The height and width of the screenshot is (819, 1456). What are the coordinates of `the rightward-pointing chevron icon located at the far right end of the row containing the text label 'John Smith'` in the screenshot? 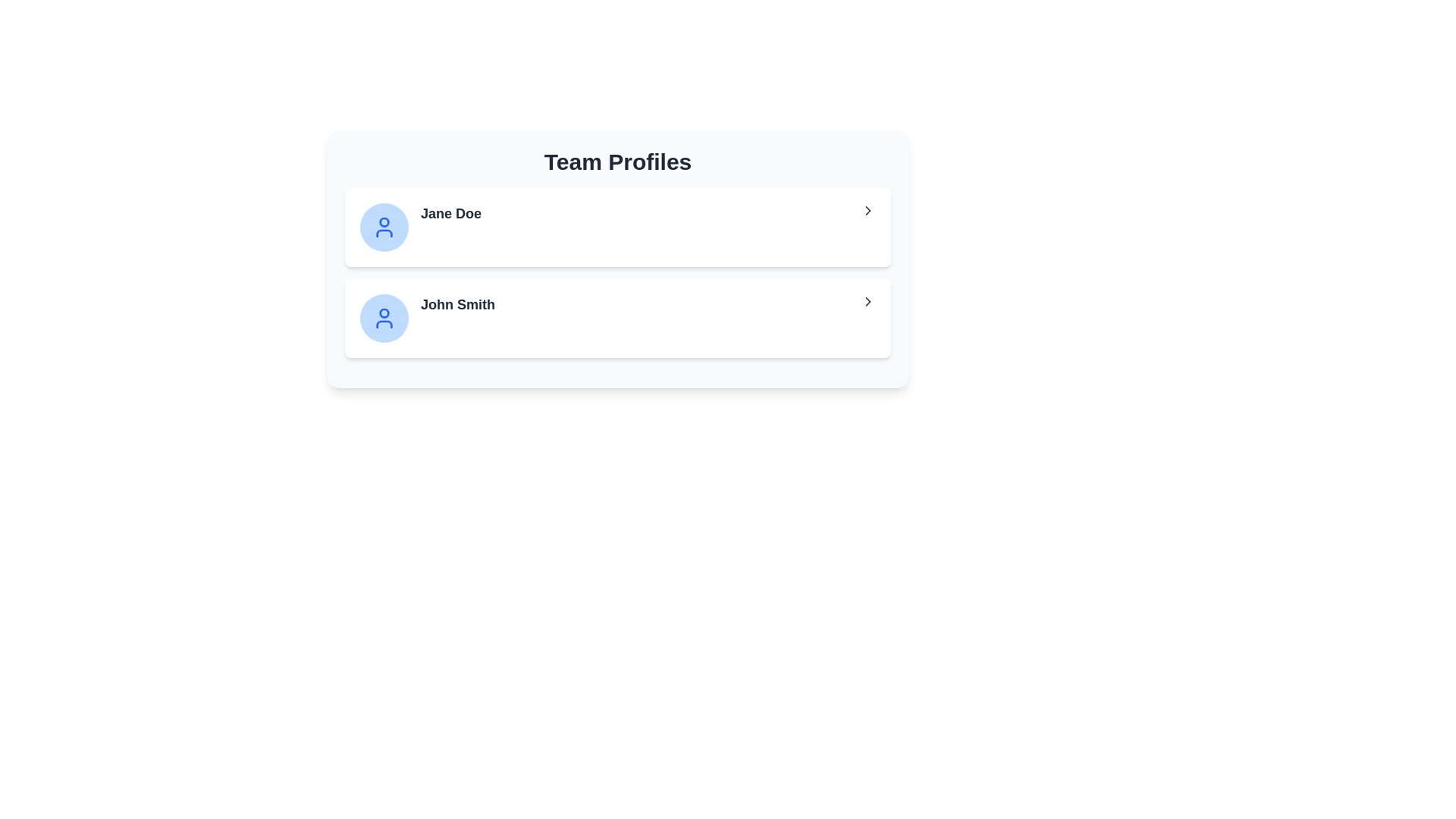 It's located at (868, 301).